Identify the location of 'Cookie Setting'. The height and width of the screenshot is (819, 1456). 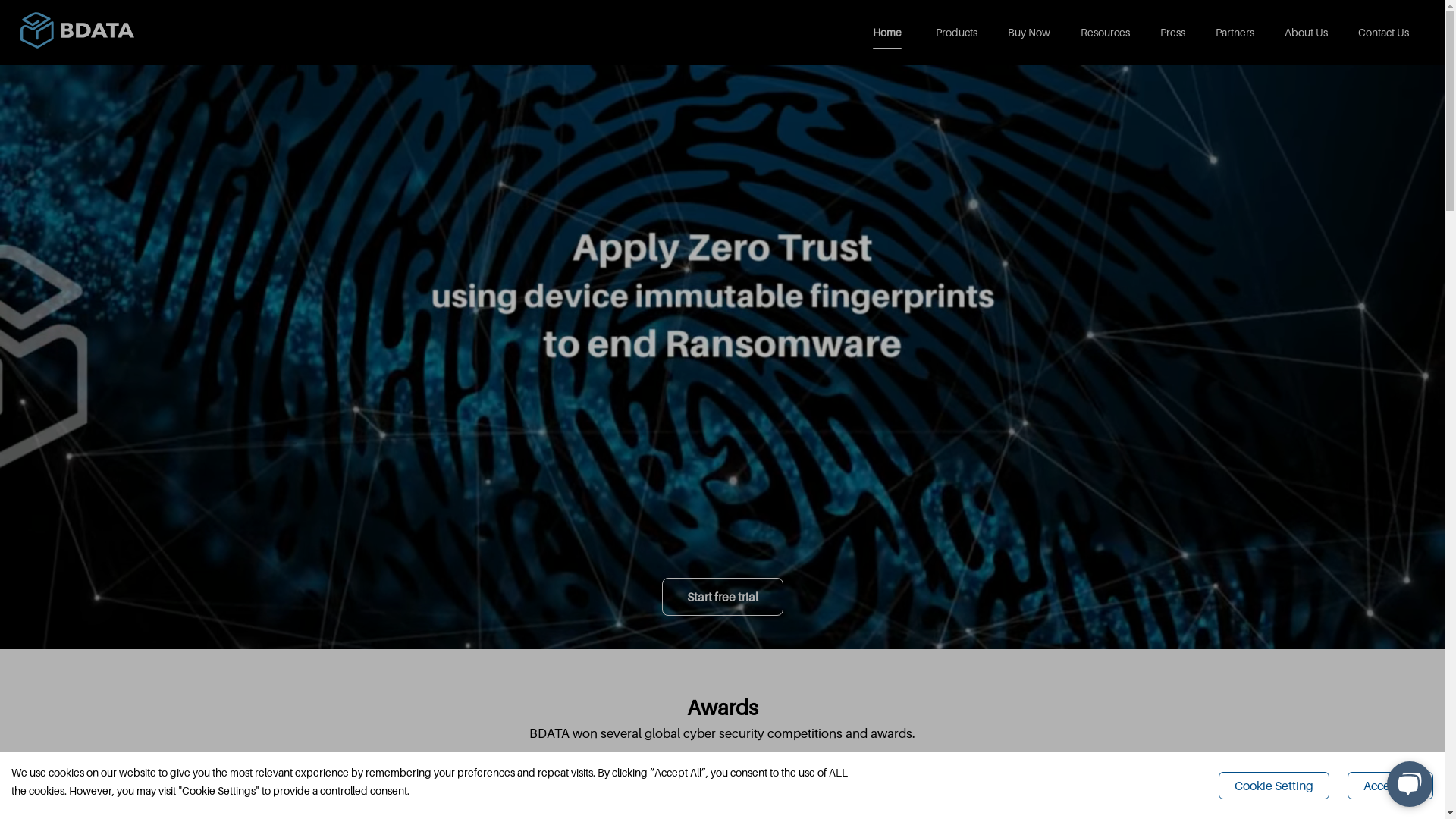
(1274, 785).